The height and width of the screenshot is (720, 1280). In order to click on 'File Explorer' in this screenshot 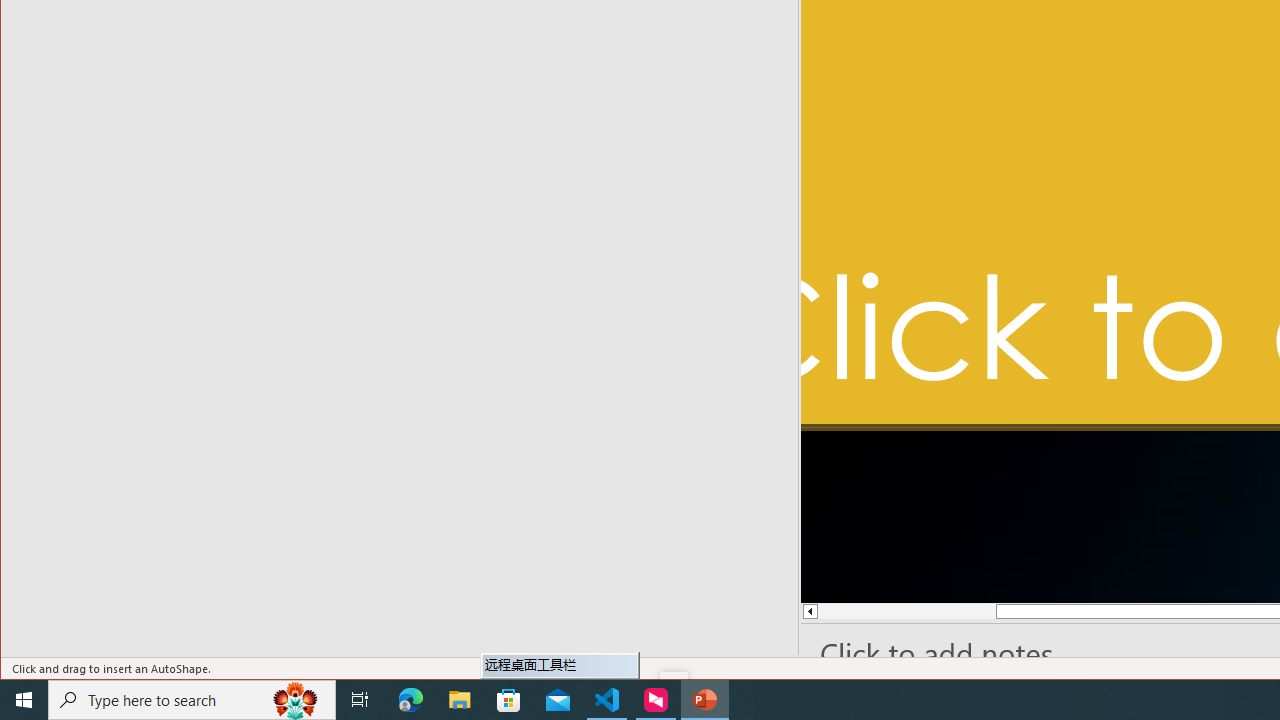, I will do `click(459, 698)`.